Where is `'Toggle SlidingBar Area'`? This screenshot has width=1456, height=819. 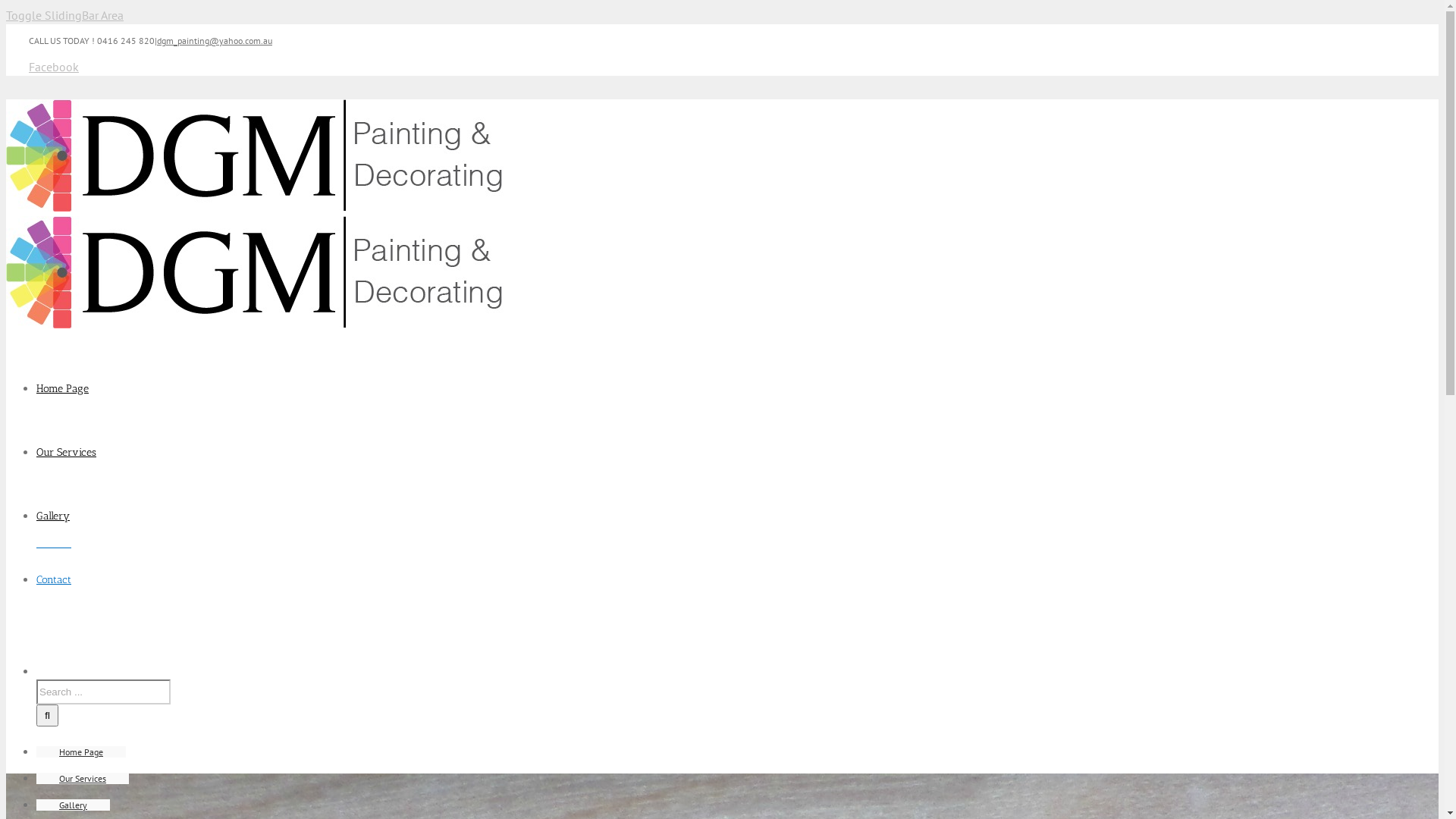
'Toggle SlidingBar Area' is located at coordinates (6, 14).